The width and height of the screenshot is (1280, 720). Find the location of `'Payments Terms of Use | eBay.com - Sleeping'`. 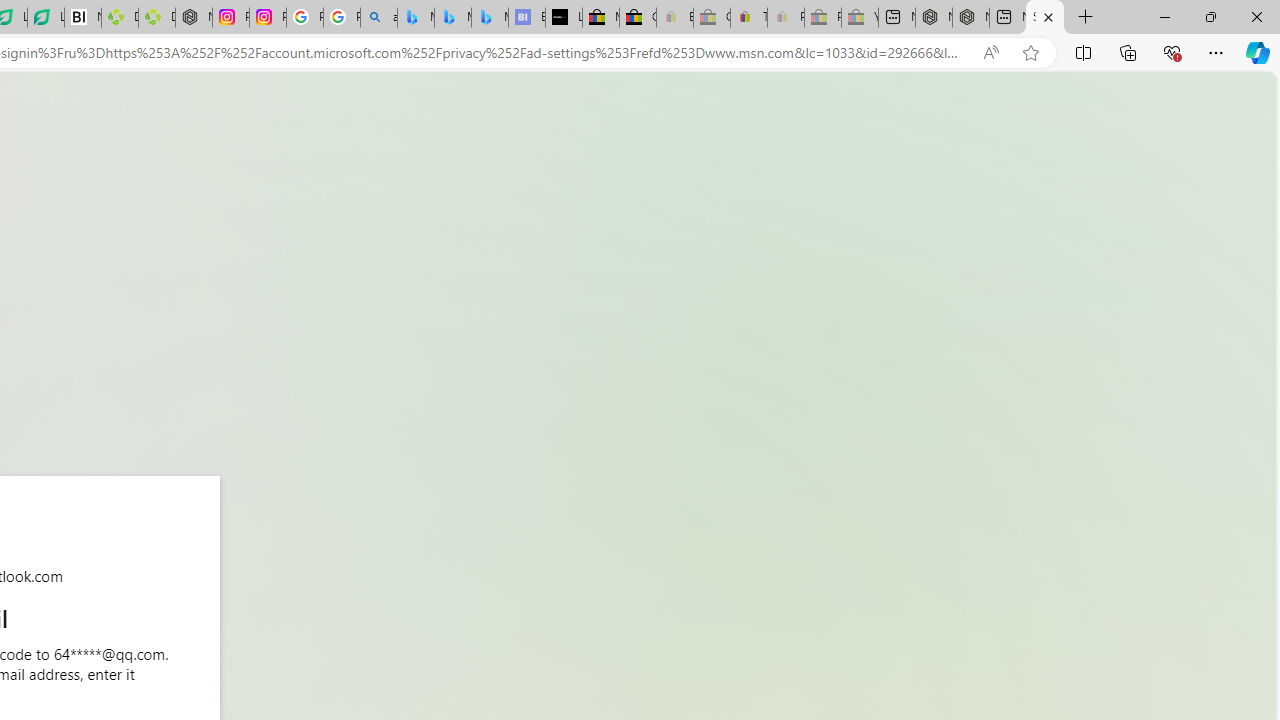

'Payments Terms of Use | eBay.com - Sleeping' is located at coordinates (784, 17).